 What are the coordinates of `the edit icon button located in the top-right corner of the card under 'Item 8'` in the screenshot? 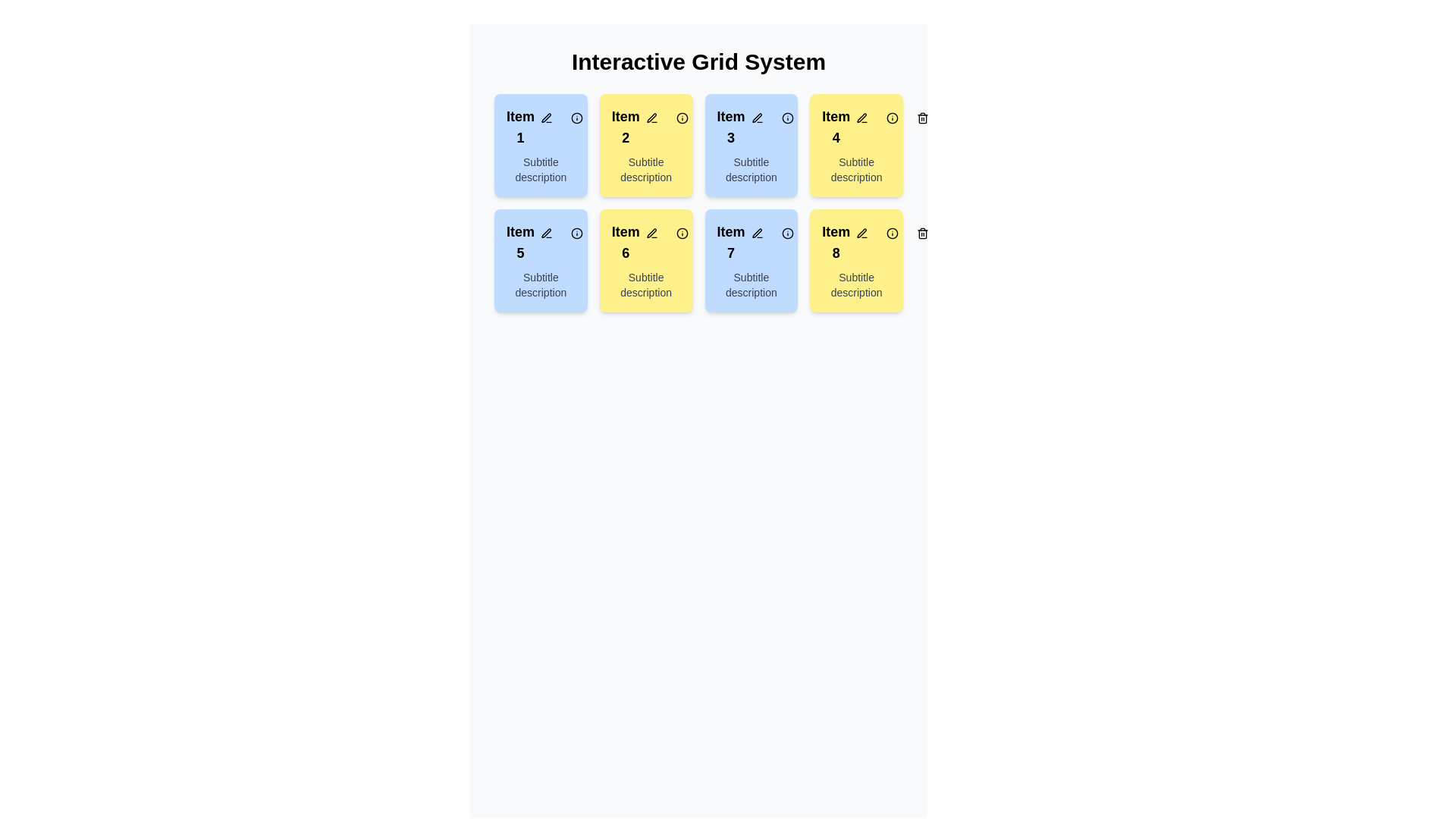 It's located at (862, 234).